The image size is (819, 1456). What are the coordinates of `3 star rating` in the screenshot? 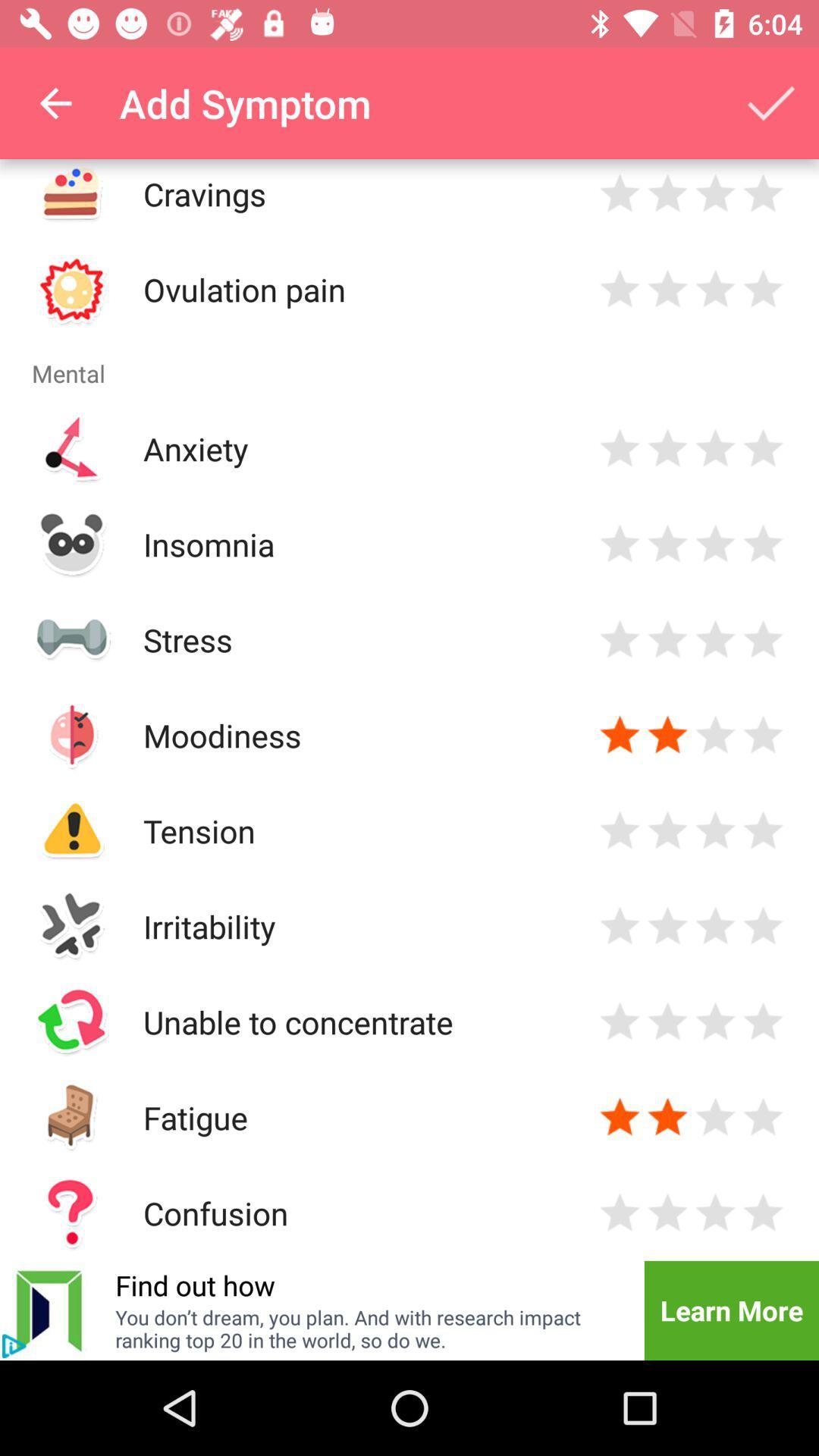 It's located at (667, 925).